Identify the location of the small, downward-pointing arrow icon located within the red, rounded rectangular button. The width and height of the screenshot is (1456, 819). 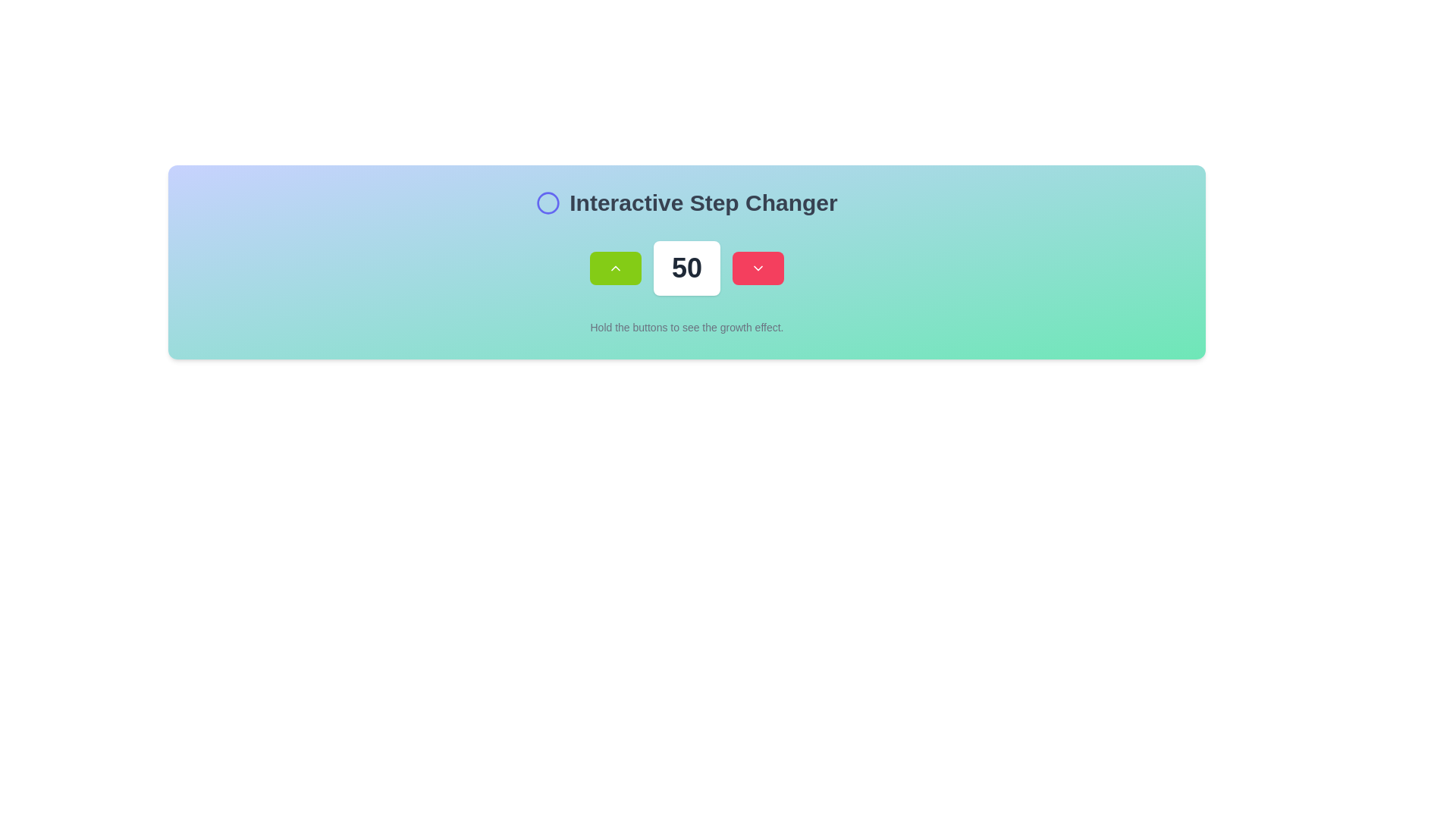
(758, 268).